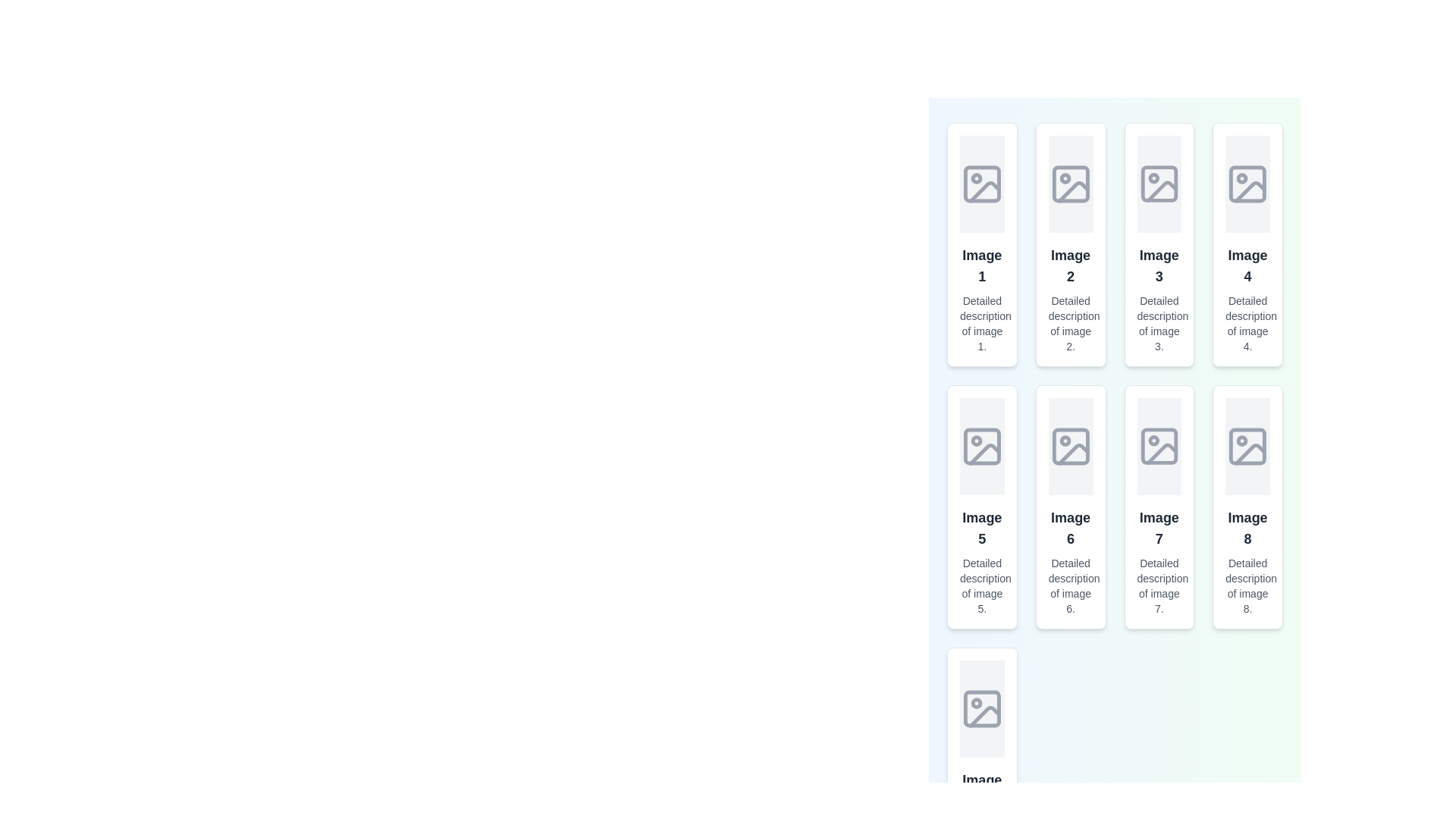 The image size is (1456, 819). What do you see at coordinates (1247, 446) in the screenshot?
I see `the visual representation of the SVG rectangle that is part of the image placeholder icon located in the eighth item of the grid layout, specifically in the last column of the second row` at bounding box center [1247, 446].